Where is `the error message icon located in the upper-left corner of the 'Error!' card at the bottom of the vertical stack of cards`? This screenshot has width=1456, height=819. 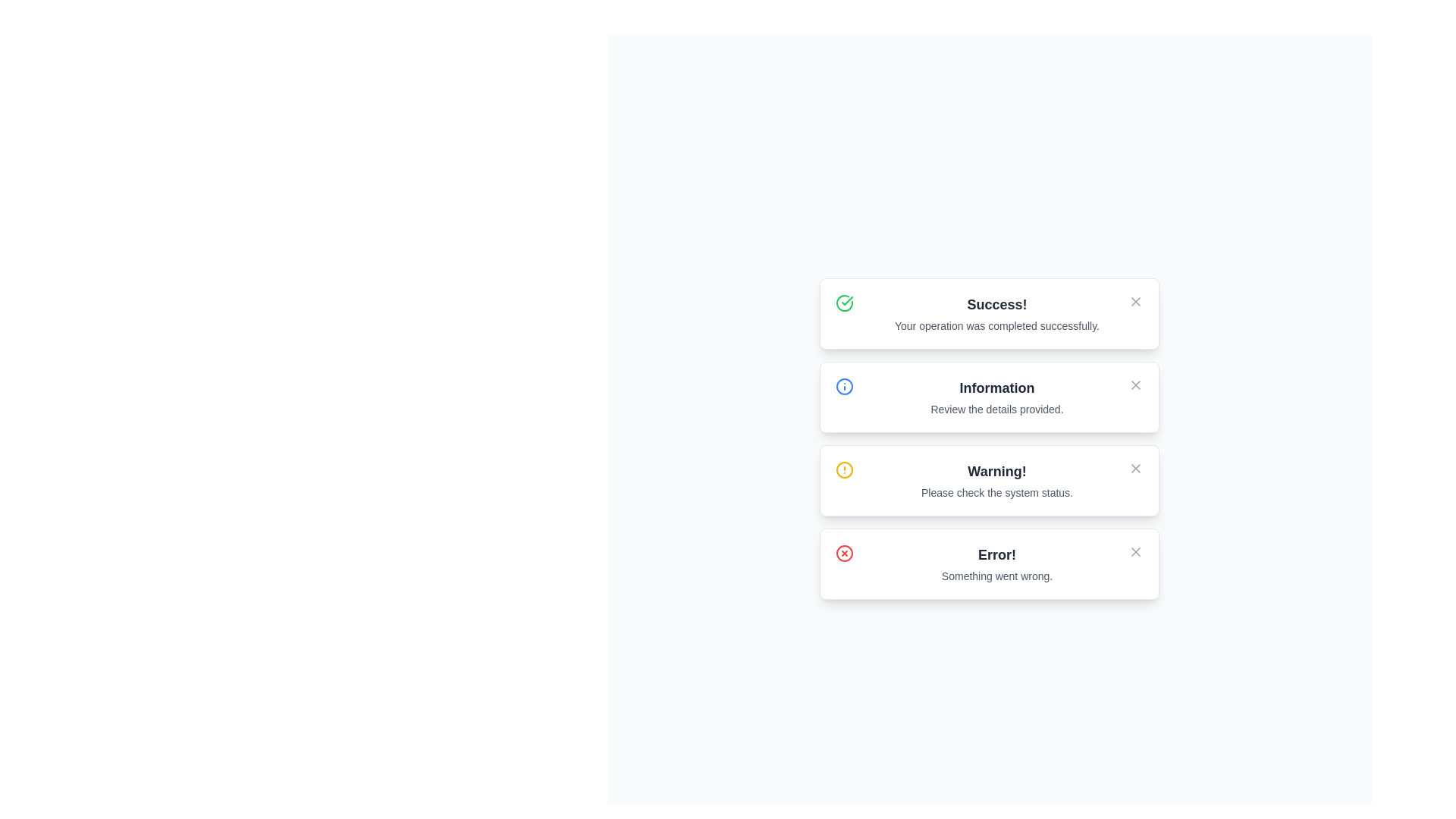
the error message icon located in the upper-left corner of the 'Error!' card at the bottom of the vertical stack of cards is located at coordinates (843, 553).